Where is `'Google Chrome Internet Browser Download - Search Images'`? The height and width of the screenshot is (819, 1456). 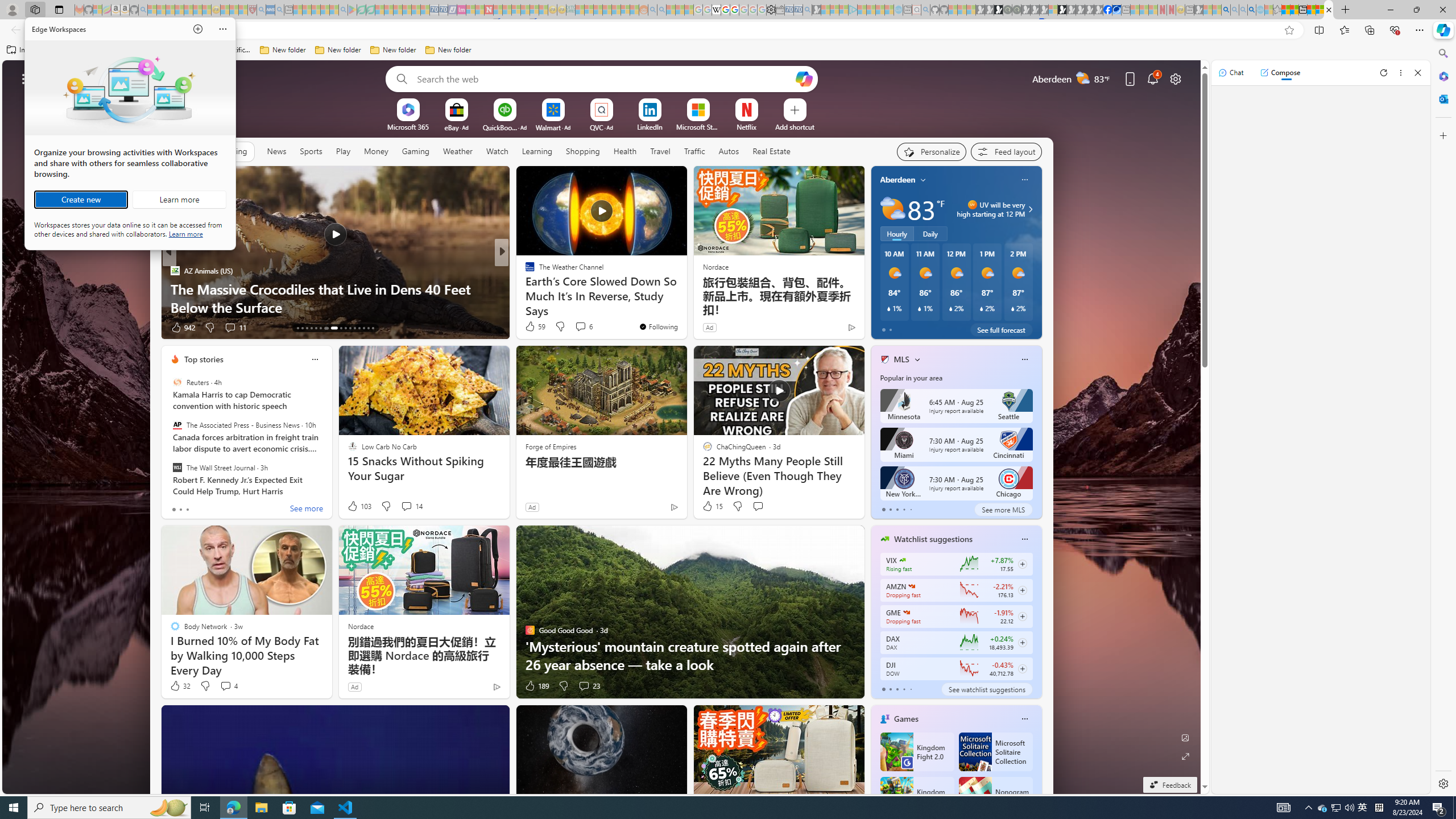
'Google Chrome Internet Browser Download - Search Images' is located at coordinates (1252, 9).